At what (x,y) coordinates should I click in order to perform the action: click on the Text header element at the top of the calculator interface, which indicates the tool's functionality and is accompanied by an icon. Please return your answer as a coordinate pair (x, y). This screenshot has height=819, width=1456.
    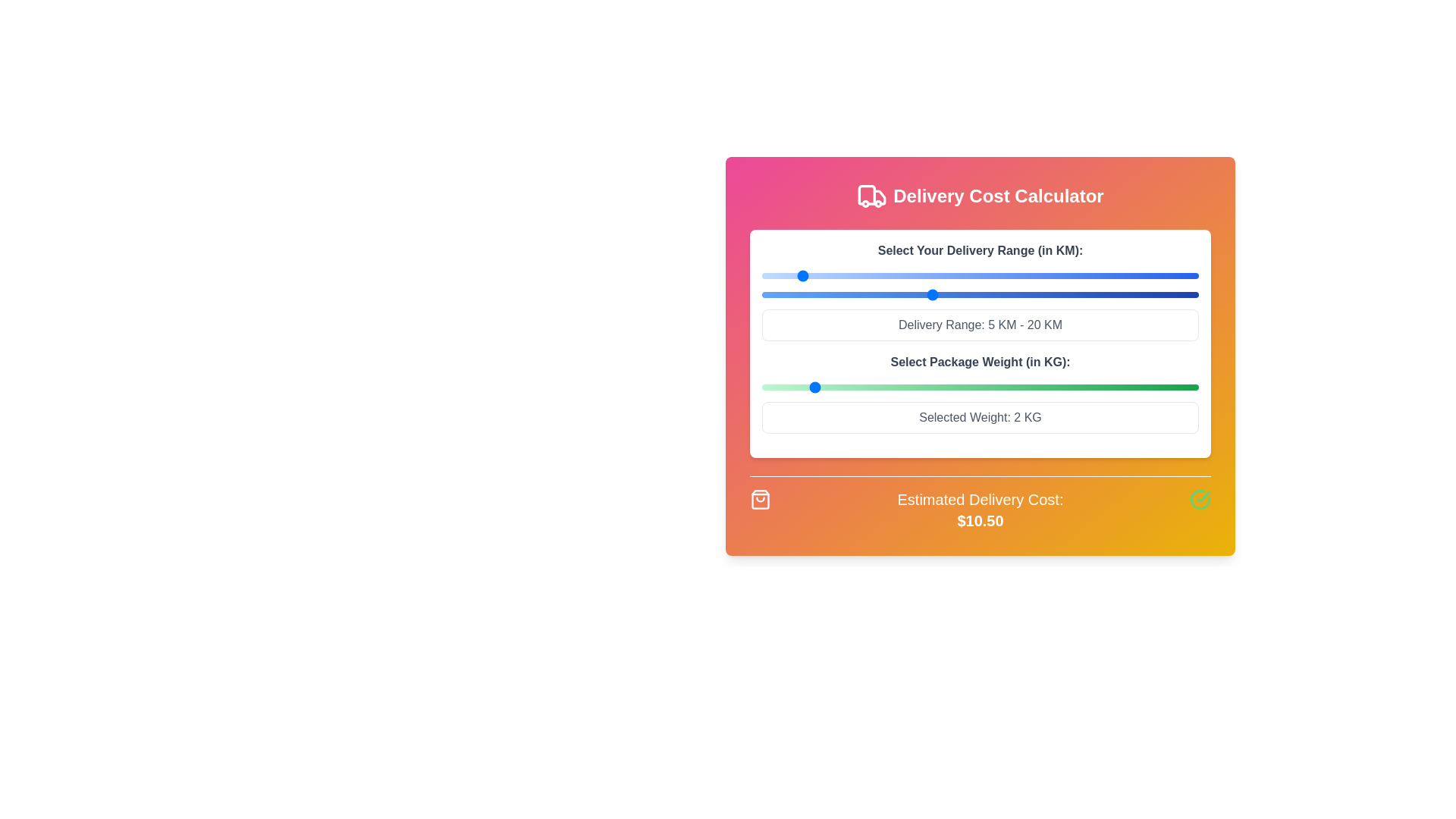
    Looking at the image, I should click on (980, 195).